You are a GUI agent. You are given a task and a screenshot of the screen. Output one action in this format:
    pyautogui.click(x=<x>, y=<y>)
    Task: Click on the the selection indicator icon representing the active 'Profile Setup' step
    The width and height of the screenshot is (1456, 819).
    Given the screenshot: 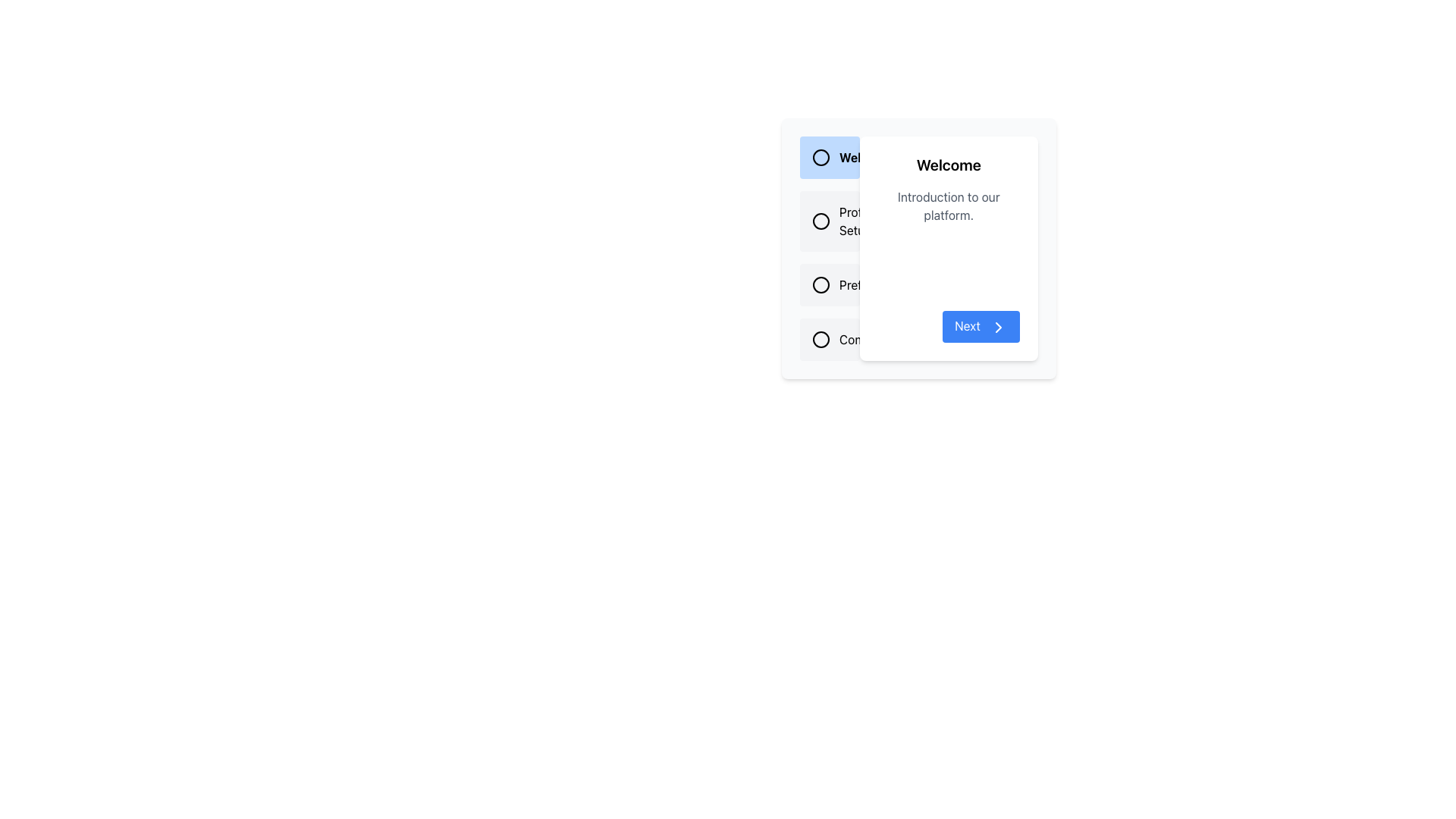 What is the action you would take?
    pyautogui.click(x=821, y=221)
    